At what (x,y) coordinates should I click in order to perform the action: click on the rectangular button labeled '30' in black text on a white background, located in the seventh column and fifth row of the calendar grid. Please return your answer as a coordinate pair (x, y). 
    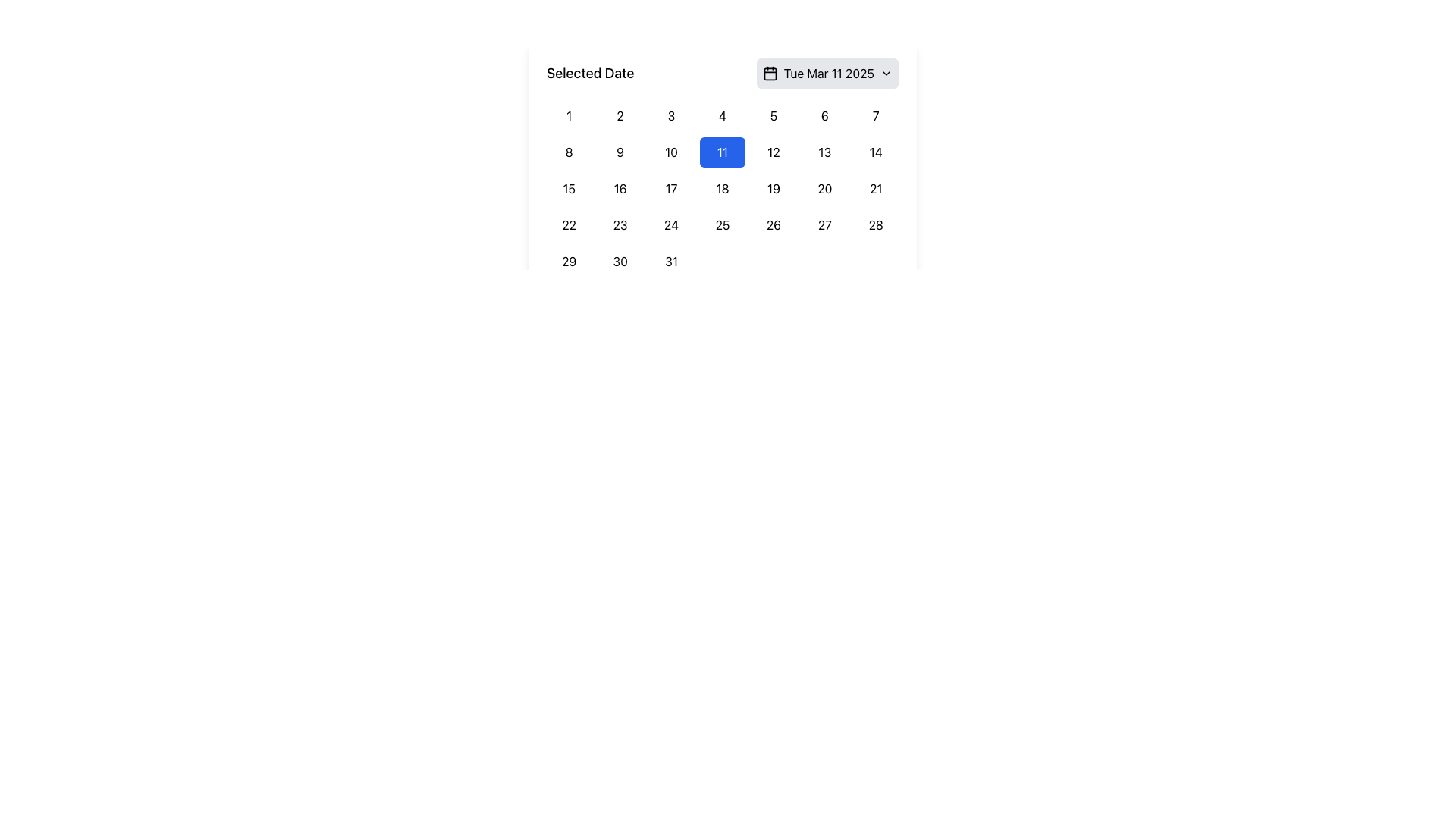
    Looking at the image, I should click on (620, 260).